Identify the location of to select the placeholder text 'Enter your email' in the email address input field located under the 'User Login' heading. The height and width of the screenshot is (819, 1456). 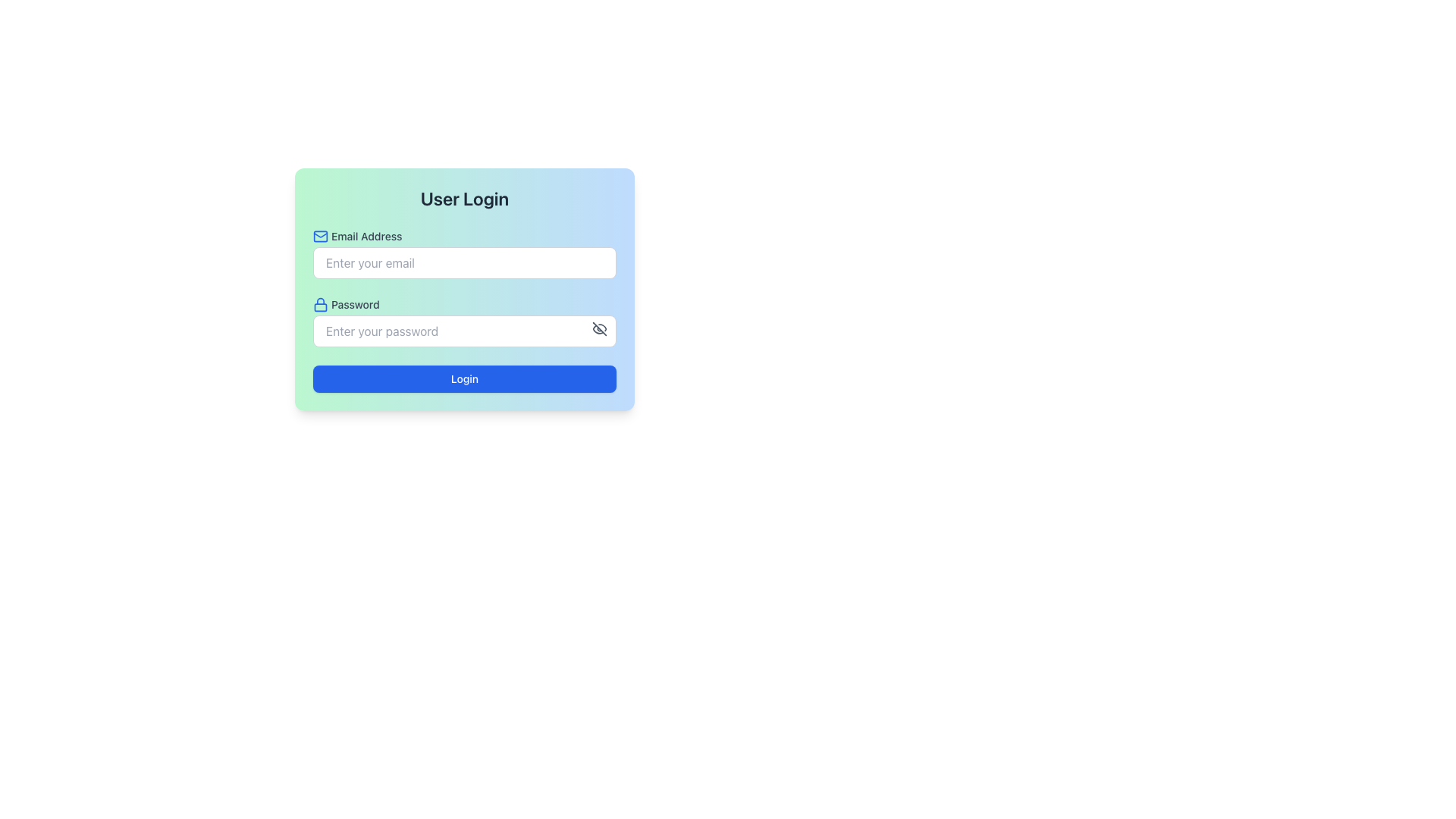
(464, 253).